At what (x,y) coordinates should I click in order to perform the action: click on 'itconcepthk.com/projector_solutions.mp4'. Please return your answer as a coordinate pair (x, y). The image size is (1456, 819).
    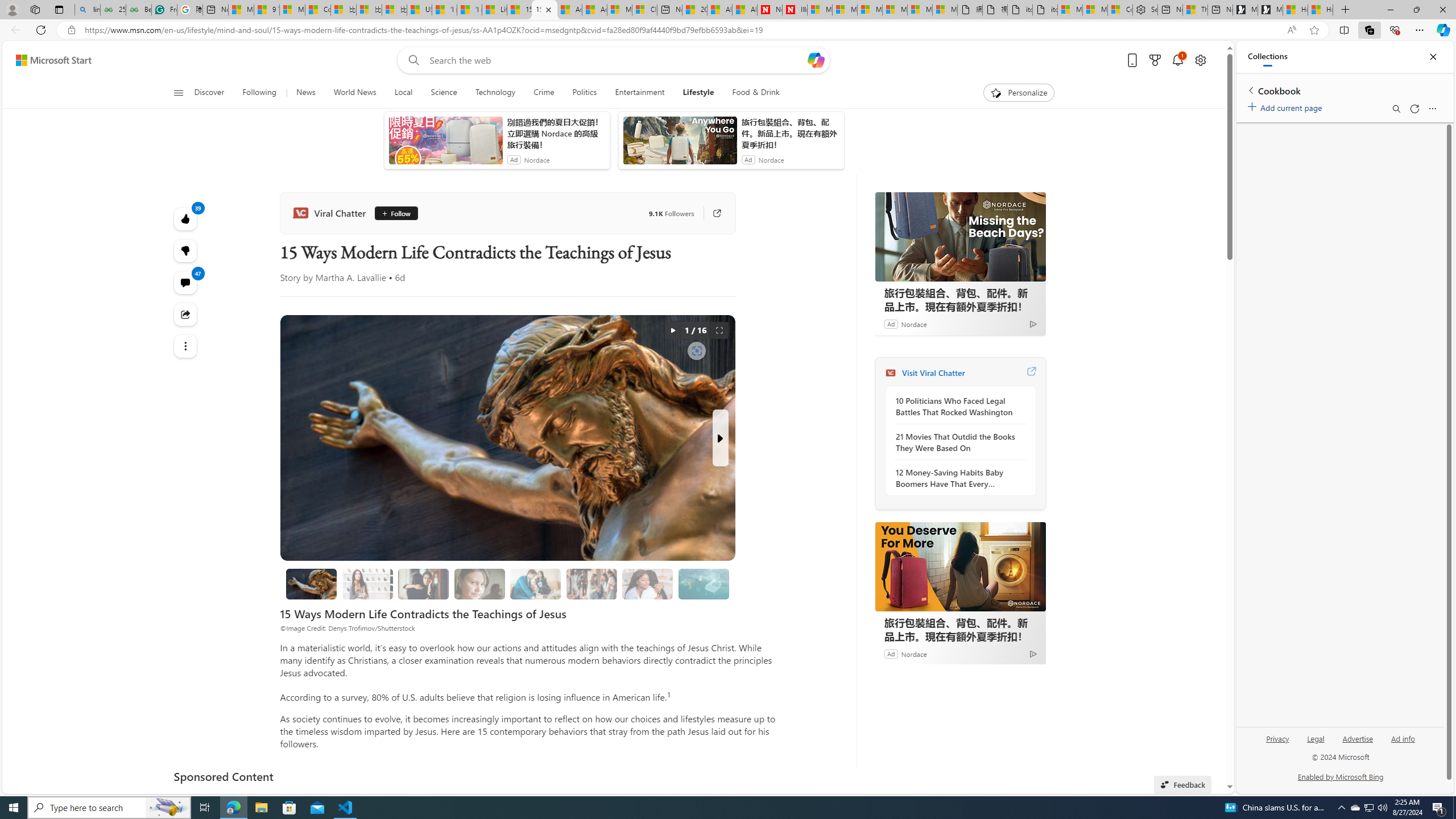
    Looking at the image, I should click on (1045, 9).